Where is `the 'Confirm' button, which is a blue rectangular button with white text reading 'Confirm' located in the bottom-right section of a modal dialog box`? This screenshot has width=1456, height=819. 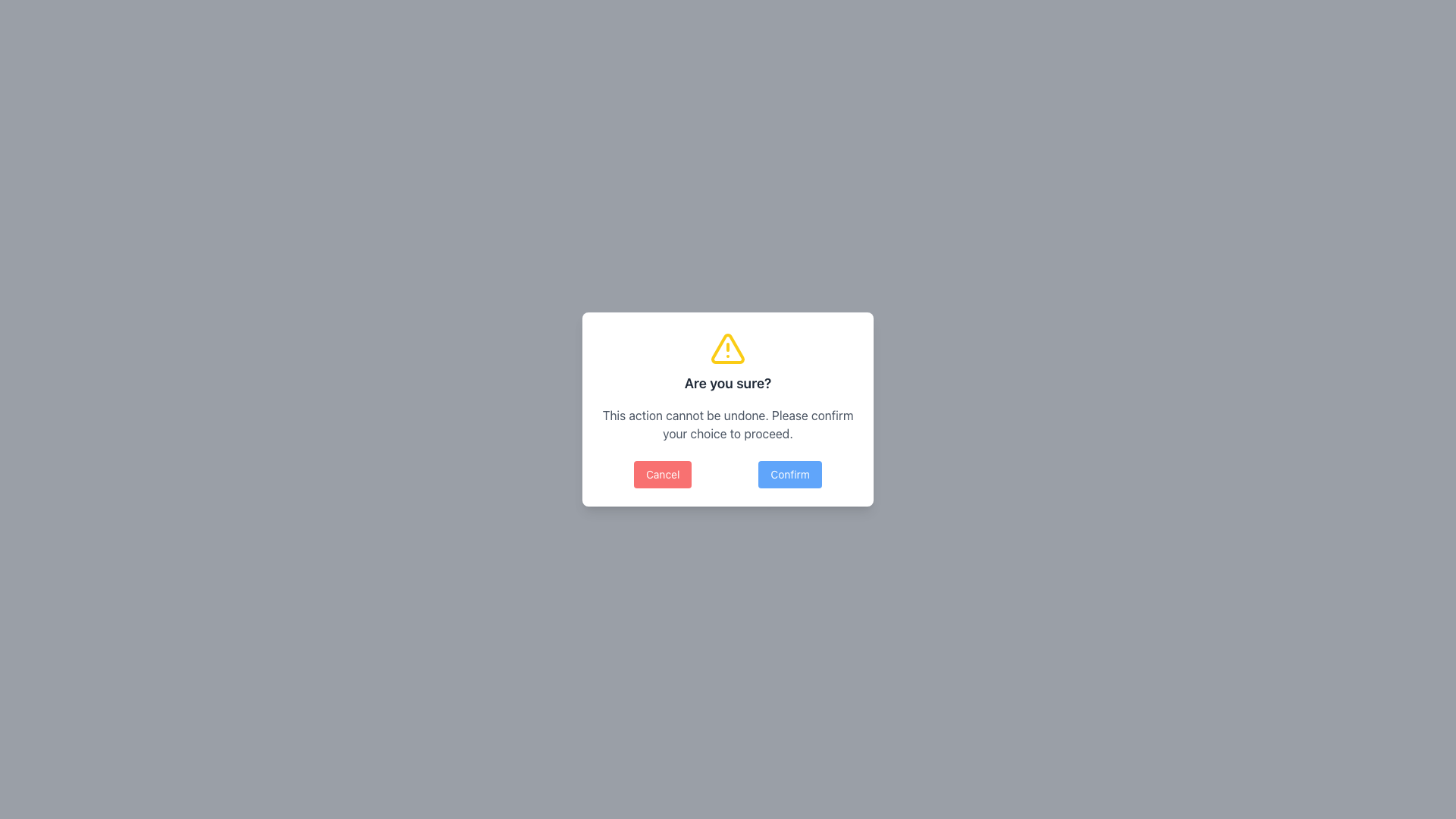
the 'Confirm' button, which is a blue rectangular button with white text reading 'Confirm' located in the bottom-right section of a modal dialog box is located at coordinates (789, 473).